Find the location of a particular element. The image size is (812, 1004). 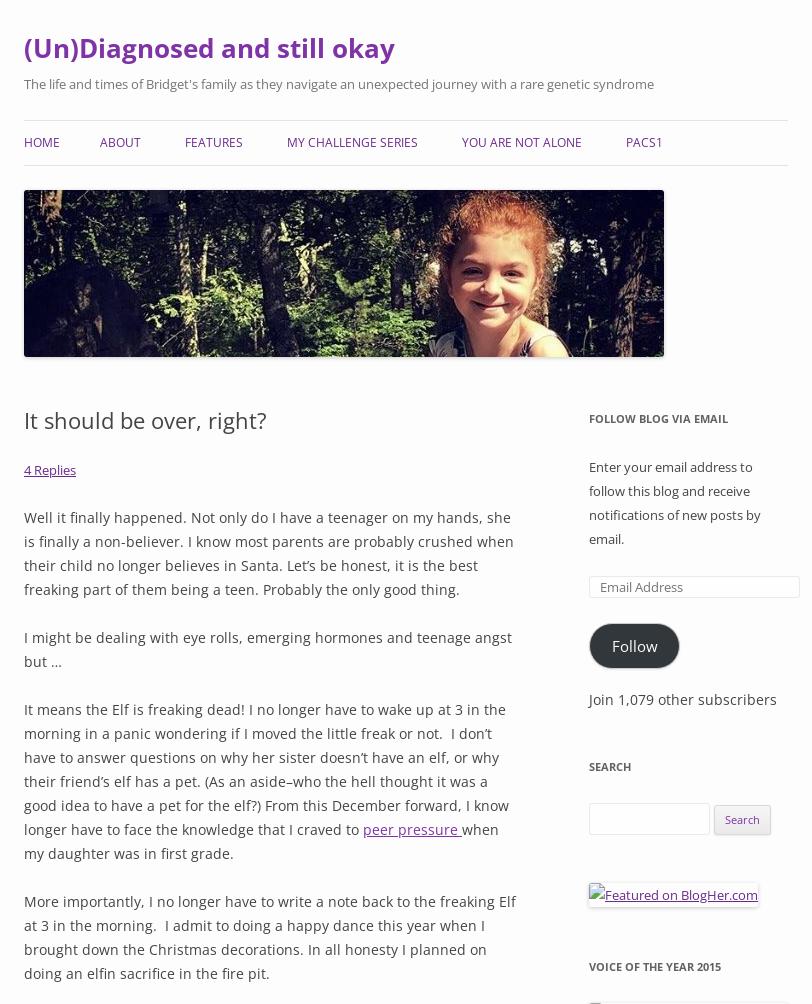

'You are not alone' is located at coordinates (522, 141).